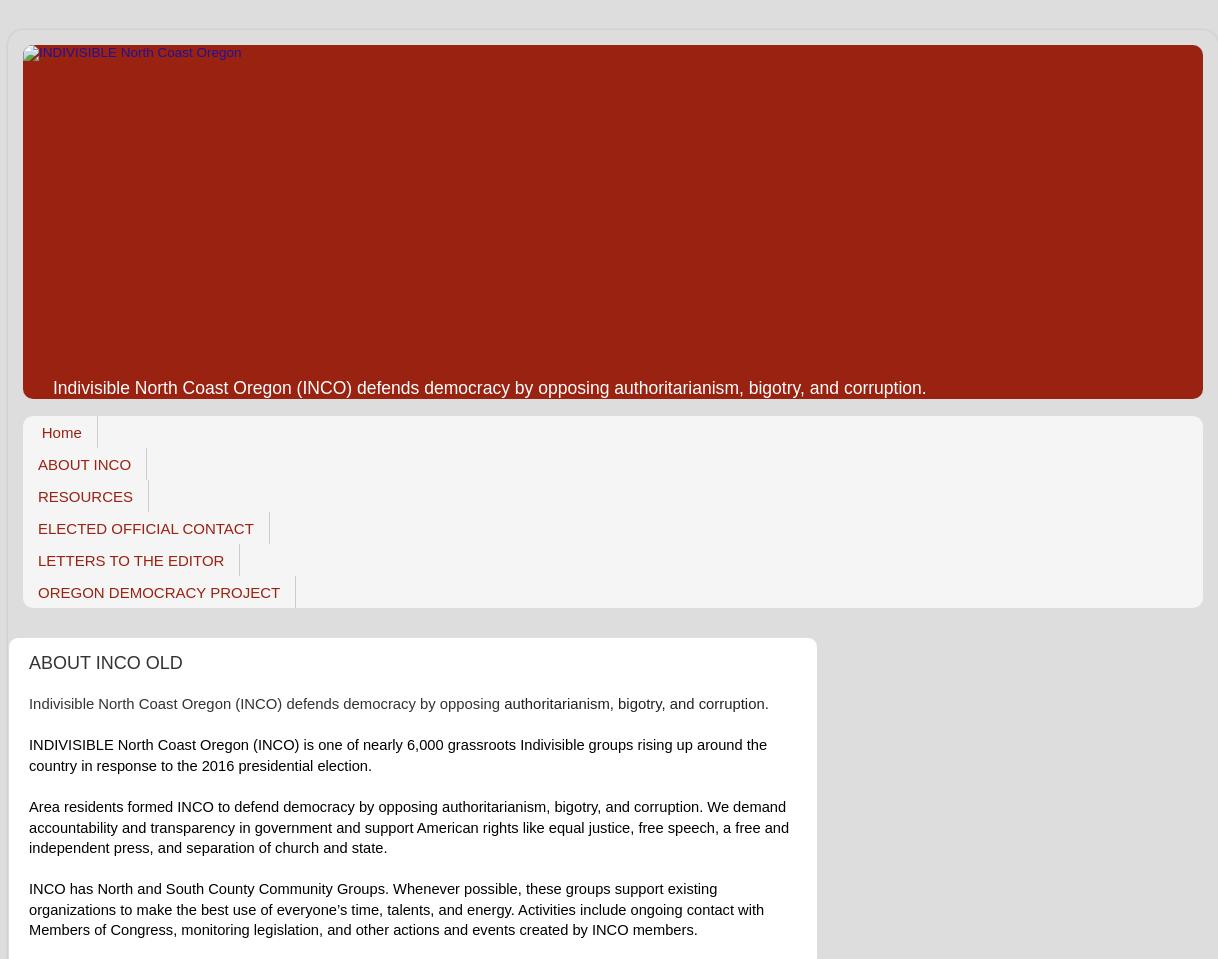  I want to click on 'ABOUT INCO OLD', so click(105, 661).